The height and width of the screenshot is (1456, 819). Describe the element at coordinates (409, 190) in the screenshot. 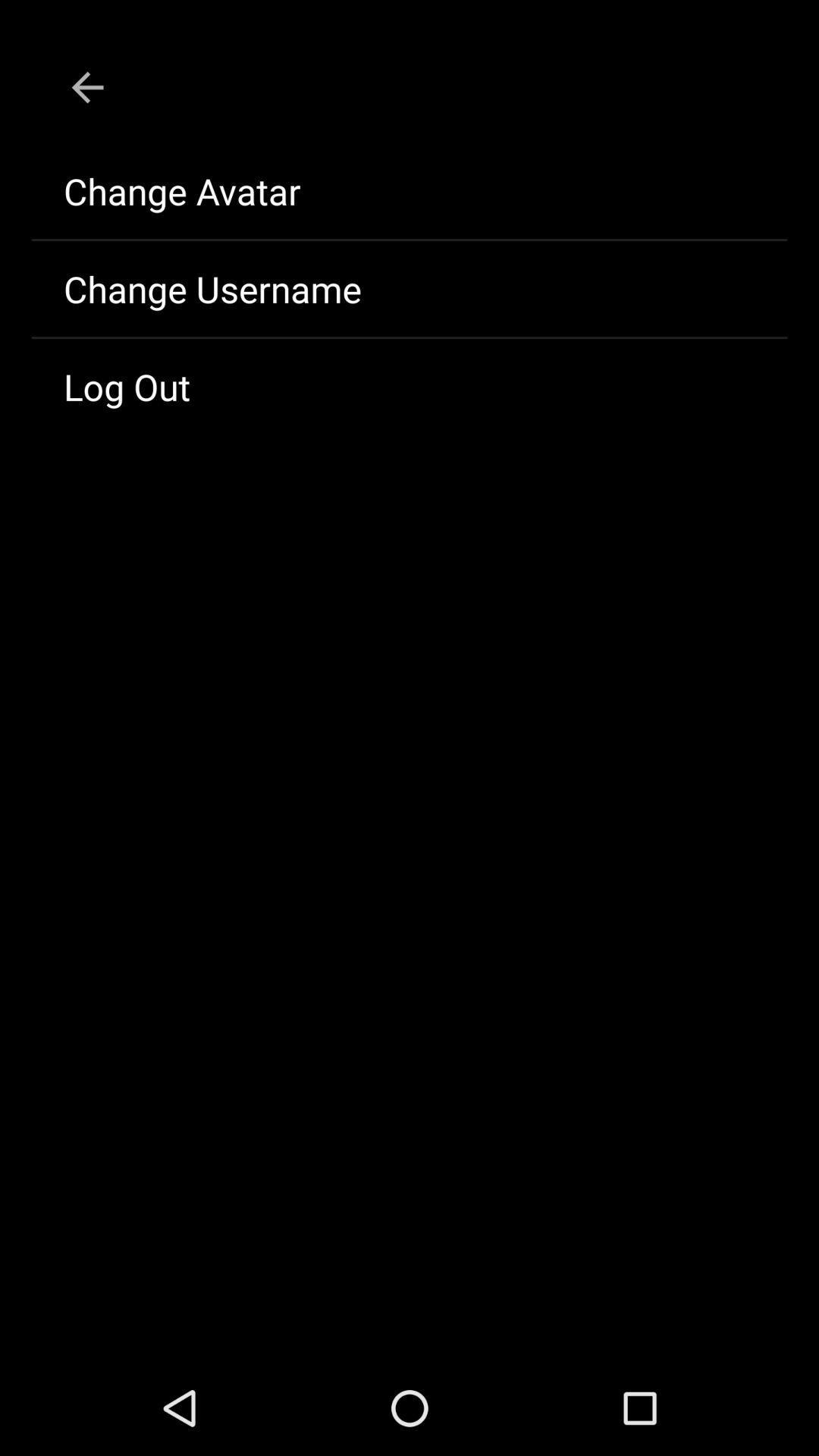

I see `the item above change username icon` at that location.